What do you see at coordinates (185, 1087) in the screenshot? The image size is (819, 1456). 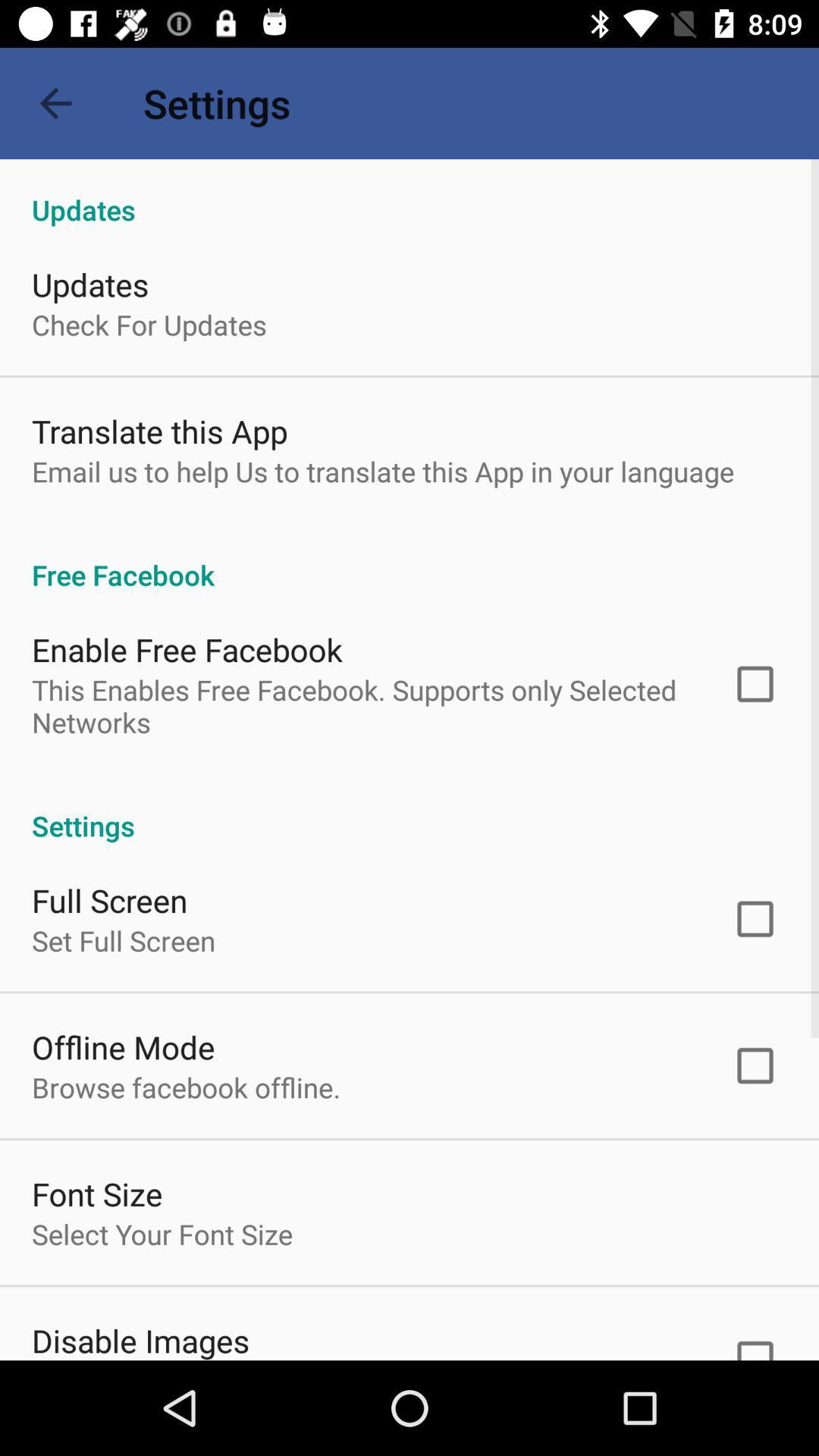 I see `the browse facebook offline. icon` at bounding box center [185, 1087].